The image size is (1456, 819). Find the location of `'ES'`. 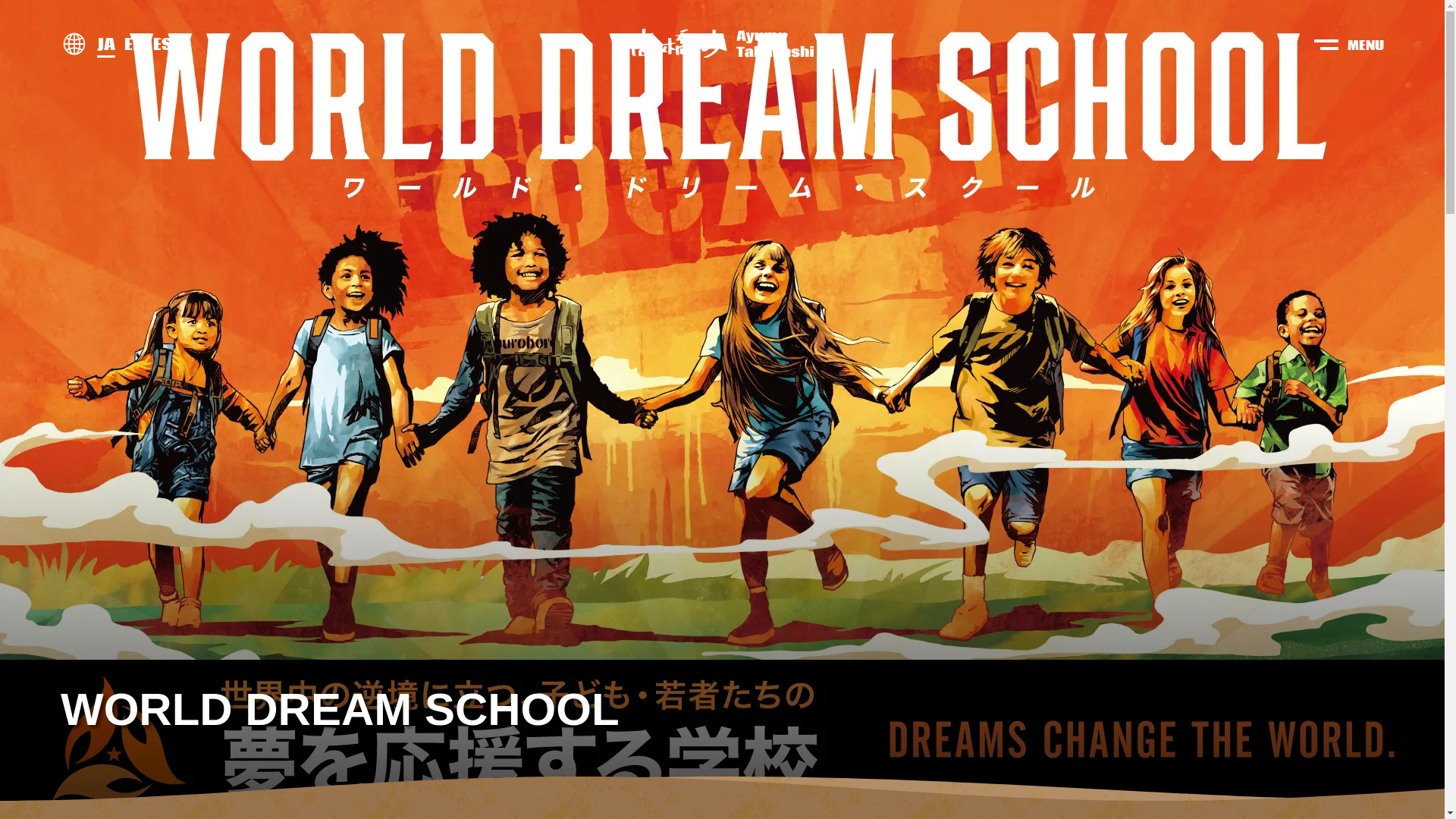

'ES' is located at coordinates (162, 43).